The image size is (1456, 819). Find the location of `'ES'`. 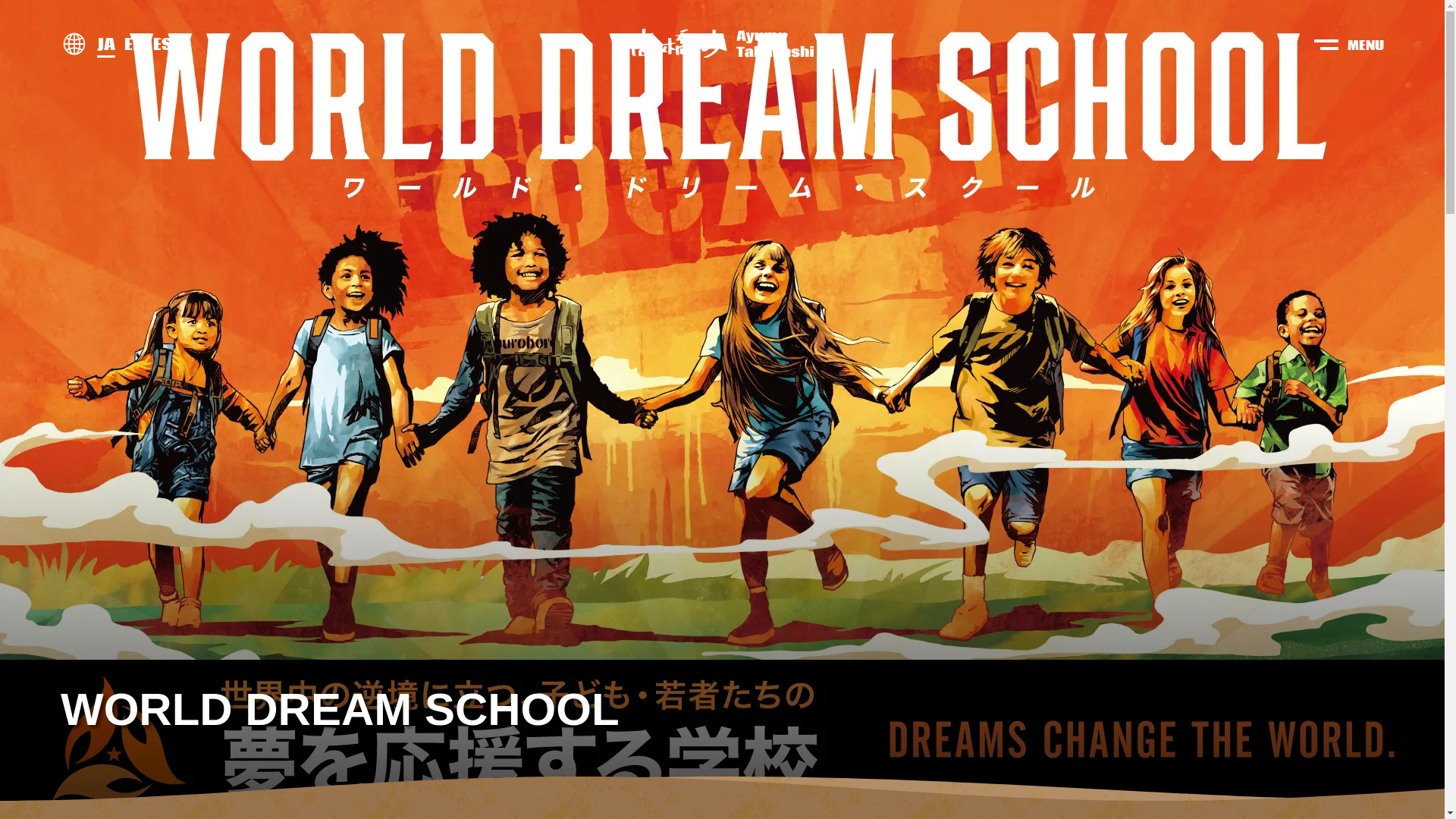

'ES' is located at coordinates (162, 43).